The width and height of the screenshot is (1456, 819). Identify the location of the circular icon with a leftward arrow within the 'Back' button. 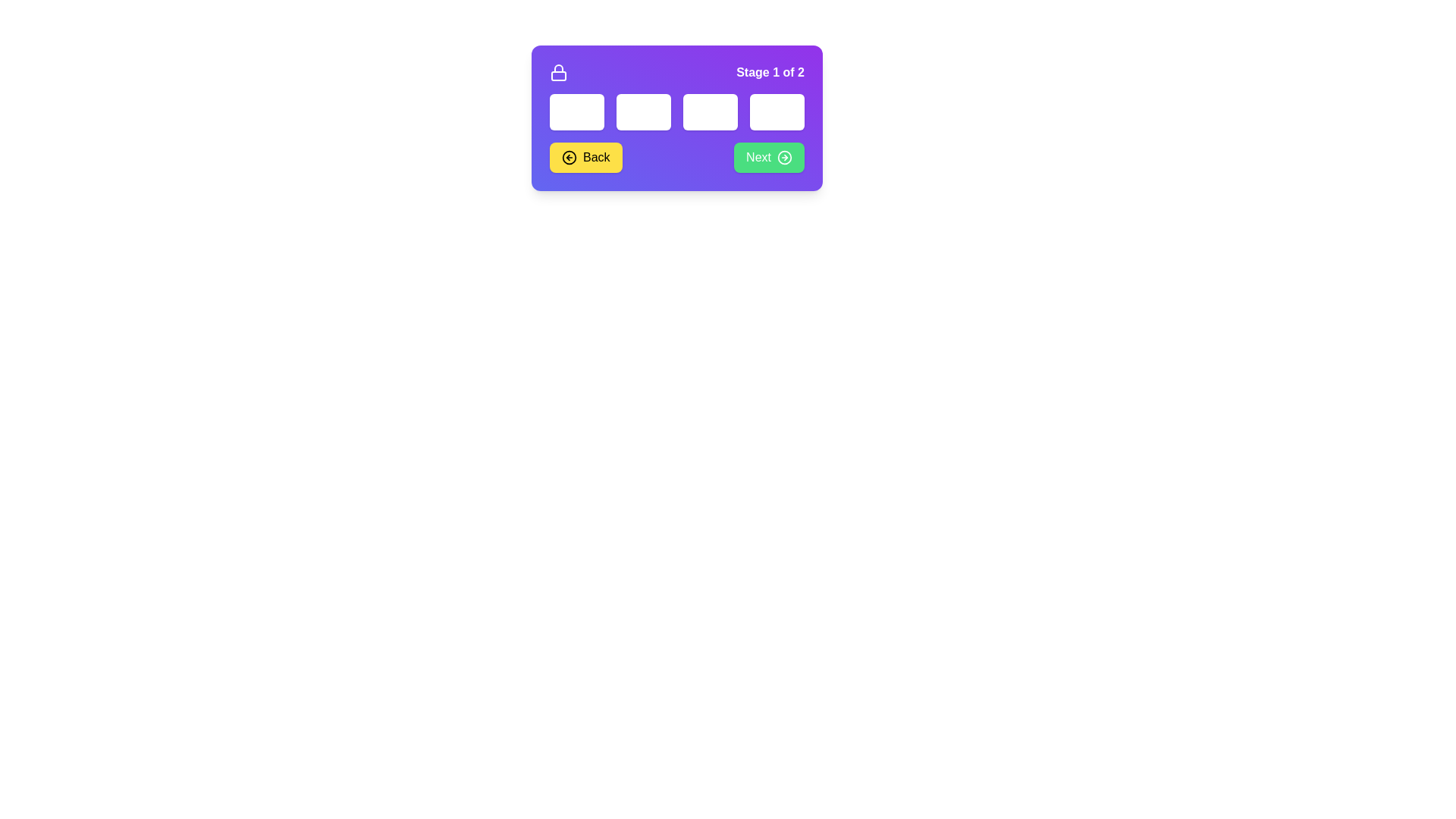
(568, 158).